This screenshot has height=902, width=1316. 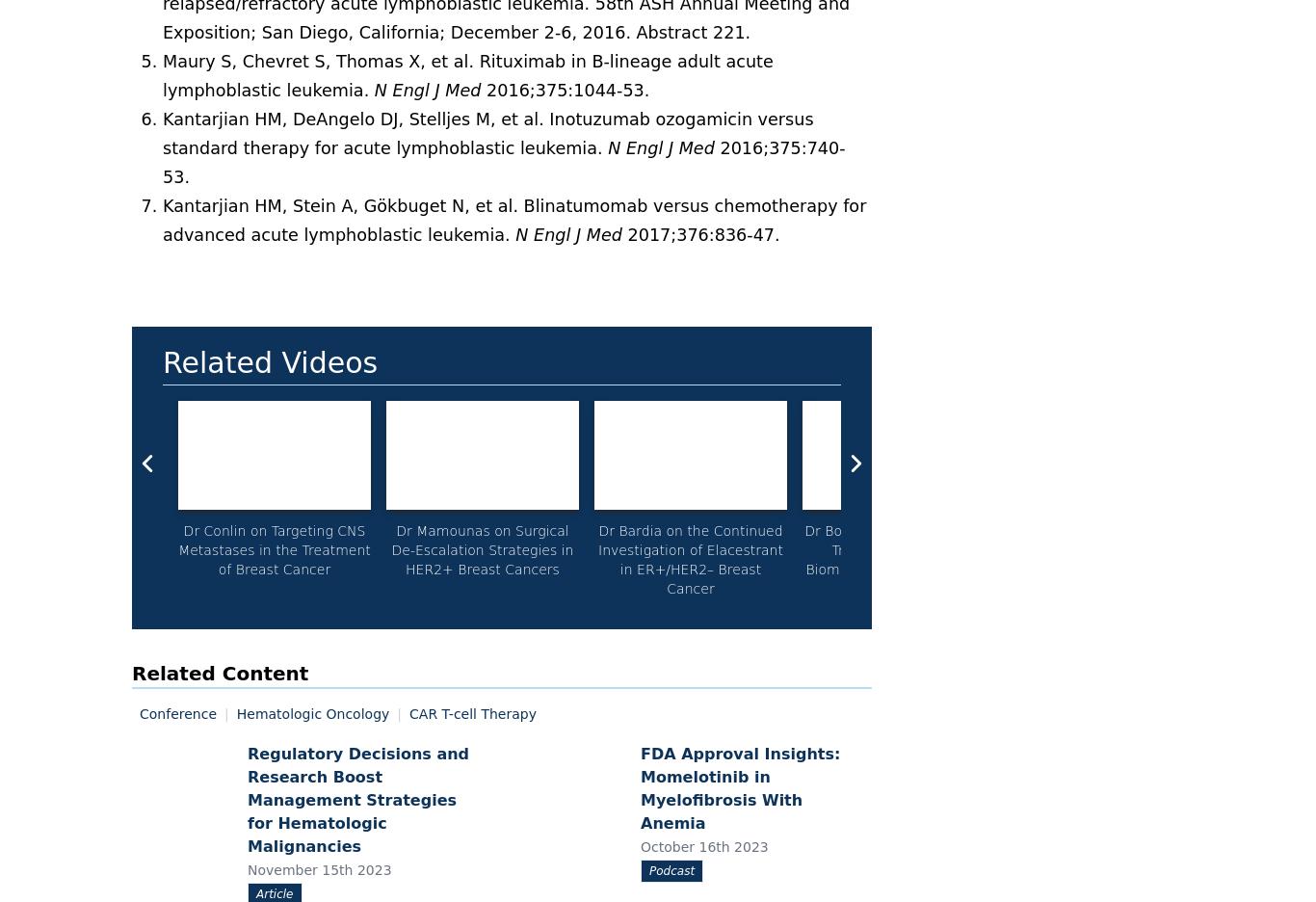 I want to click on 'Dr Liu on the Benefits of Biomarker Testing in NSCLC', so click(x=1106, y=539).